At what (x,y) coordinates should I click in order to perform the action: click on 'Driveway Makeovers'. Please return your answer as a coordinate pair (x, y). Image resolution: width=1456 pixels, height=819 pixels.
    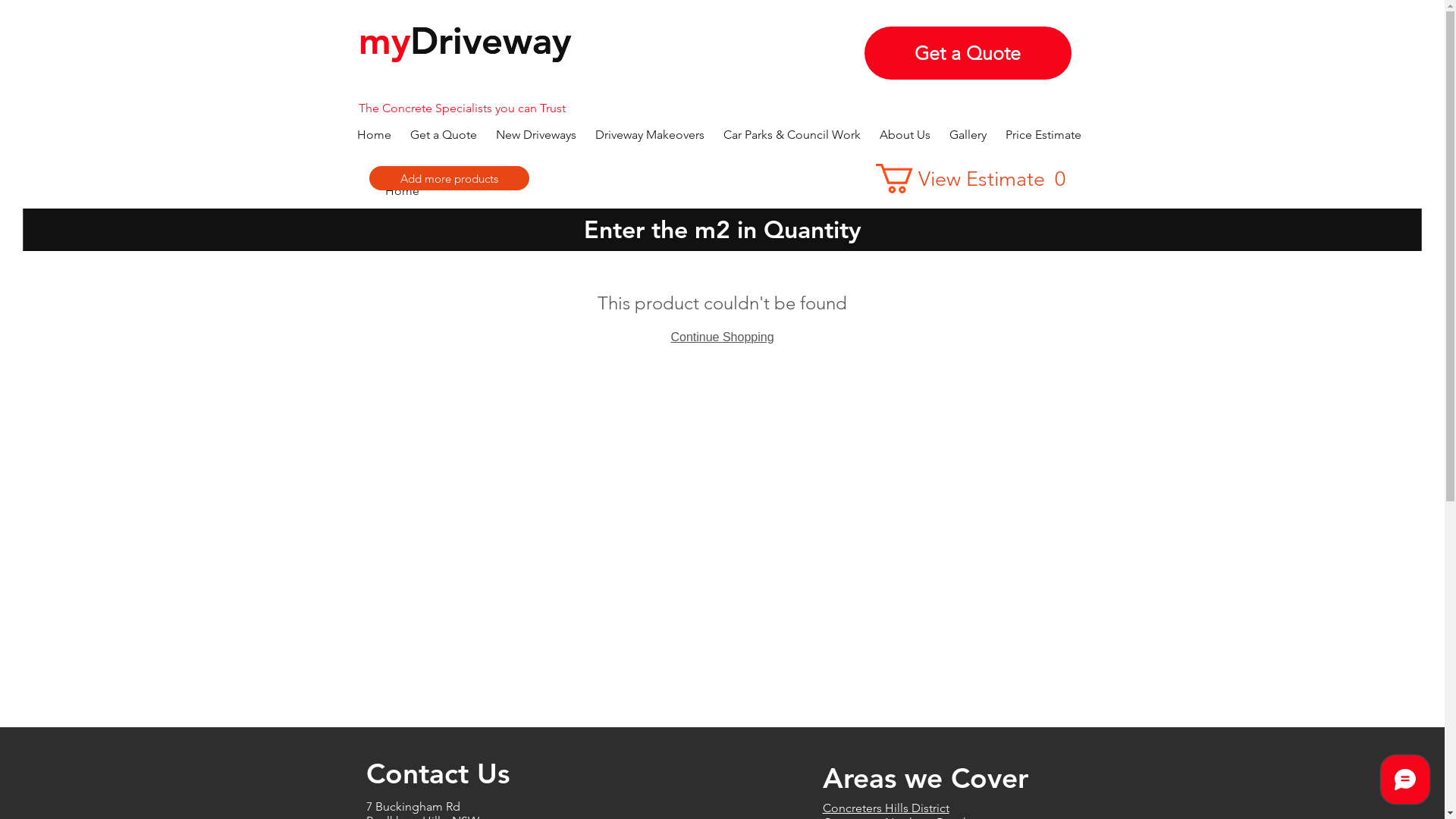
    Looking at the image, I should click on (651, 133).